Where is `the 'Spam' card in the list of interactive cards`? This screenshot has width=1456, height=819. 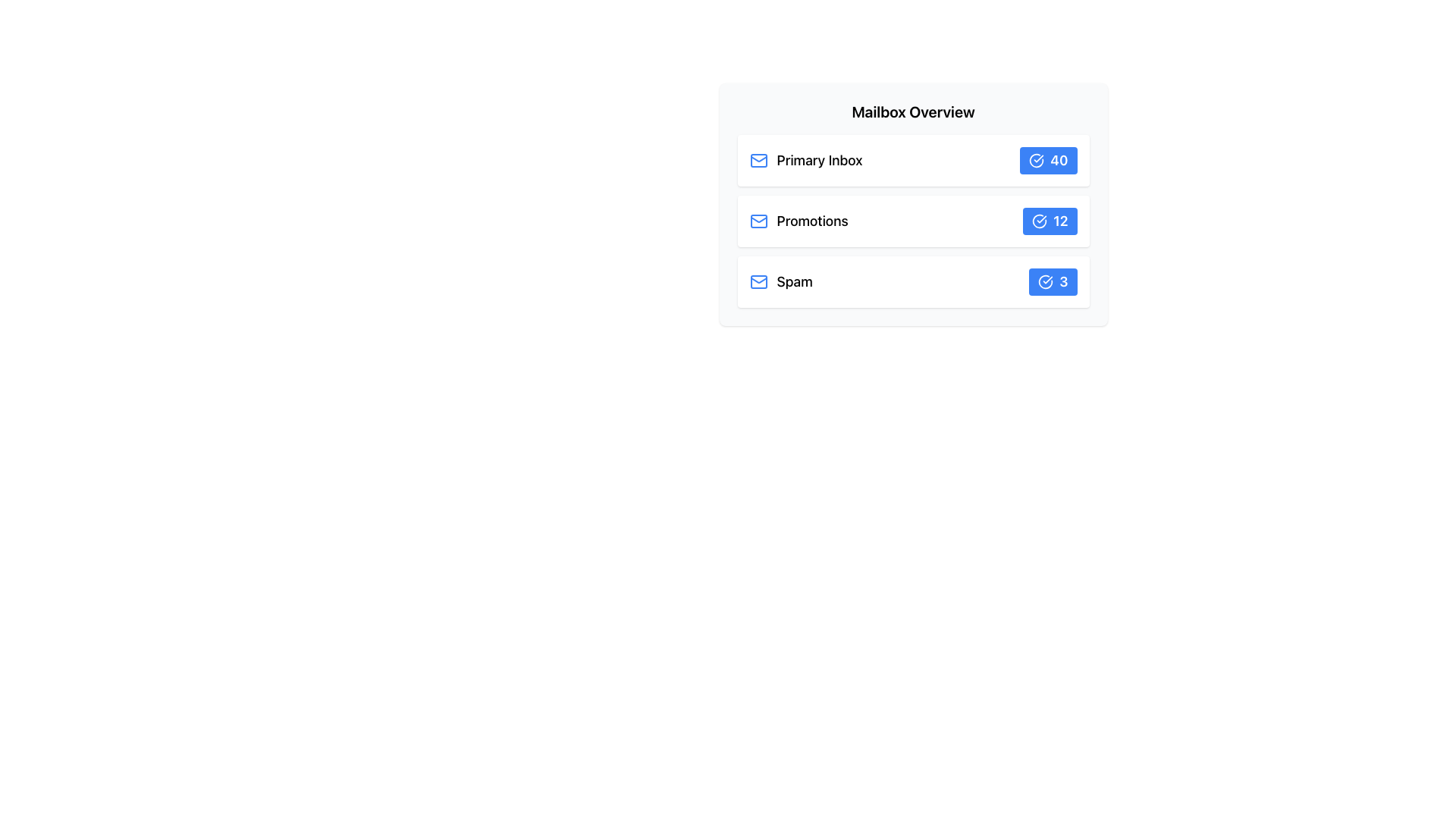
the 'Spam' card in the list of interactive cards is located at coordinates (912, 281).